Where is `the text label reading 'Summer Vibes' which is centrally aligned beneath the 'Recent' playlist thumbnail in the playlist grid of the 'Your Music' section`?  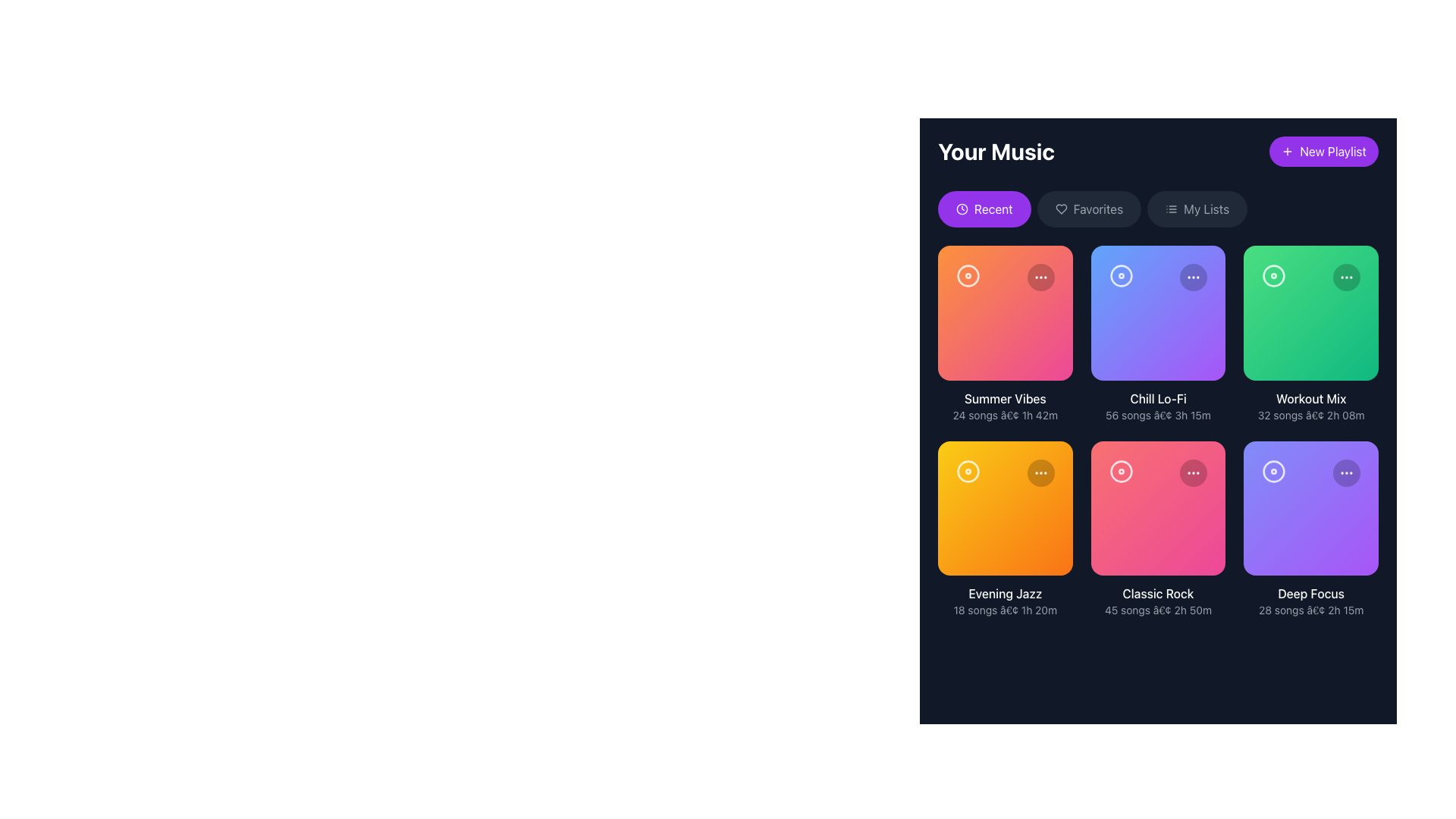 the text label reading 'Summer Vibes' which is centrally aligned beneath the 'Recent' playlist thumbnail in the playlist grid of the 'Your Music' section is located at coordinates (1005, 397).